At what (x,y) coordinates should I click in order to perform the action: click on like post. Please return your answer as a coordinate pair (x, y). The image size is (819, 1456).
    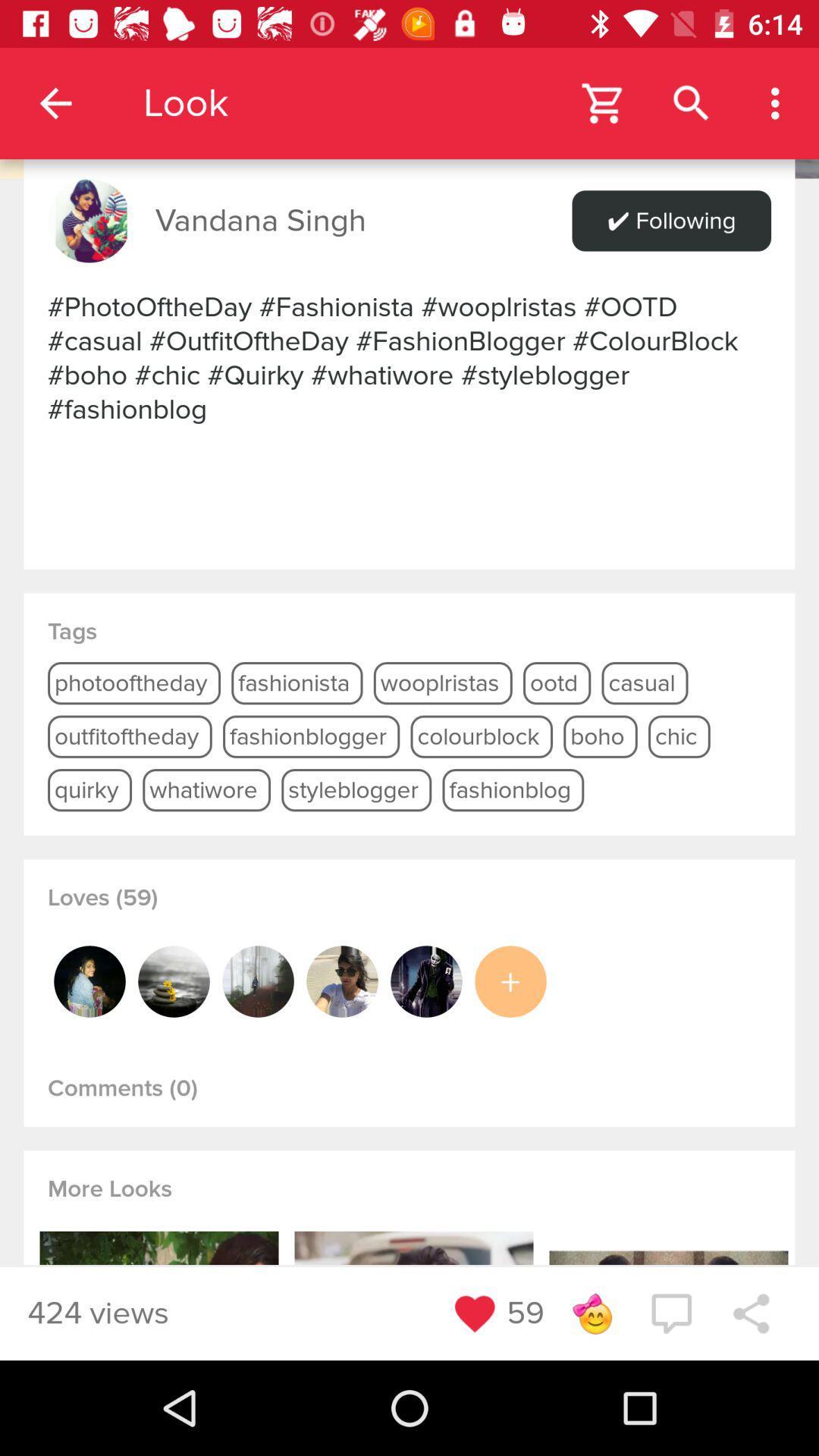
    Looking at the image, I should click on (474, 1313).